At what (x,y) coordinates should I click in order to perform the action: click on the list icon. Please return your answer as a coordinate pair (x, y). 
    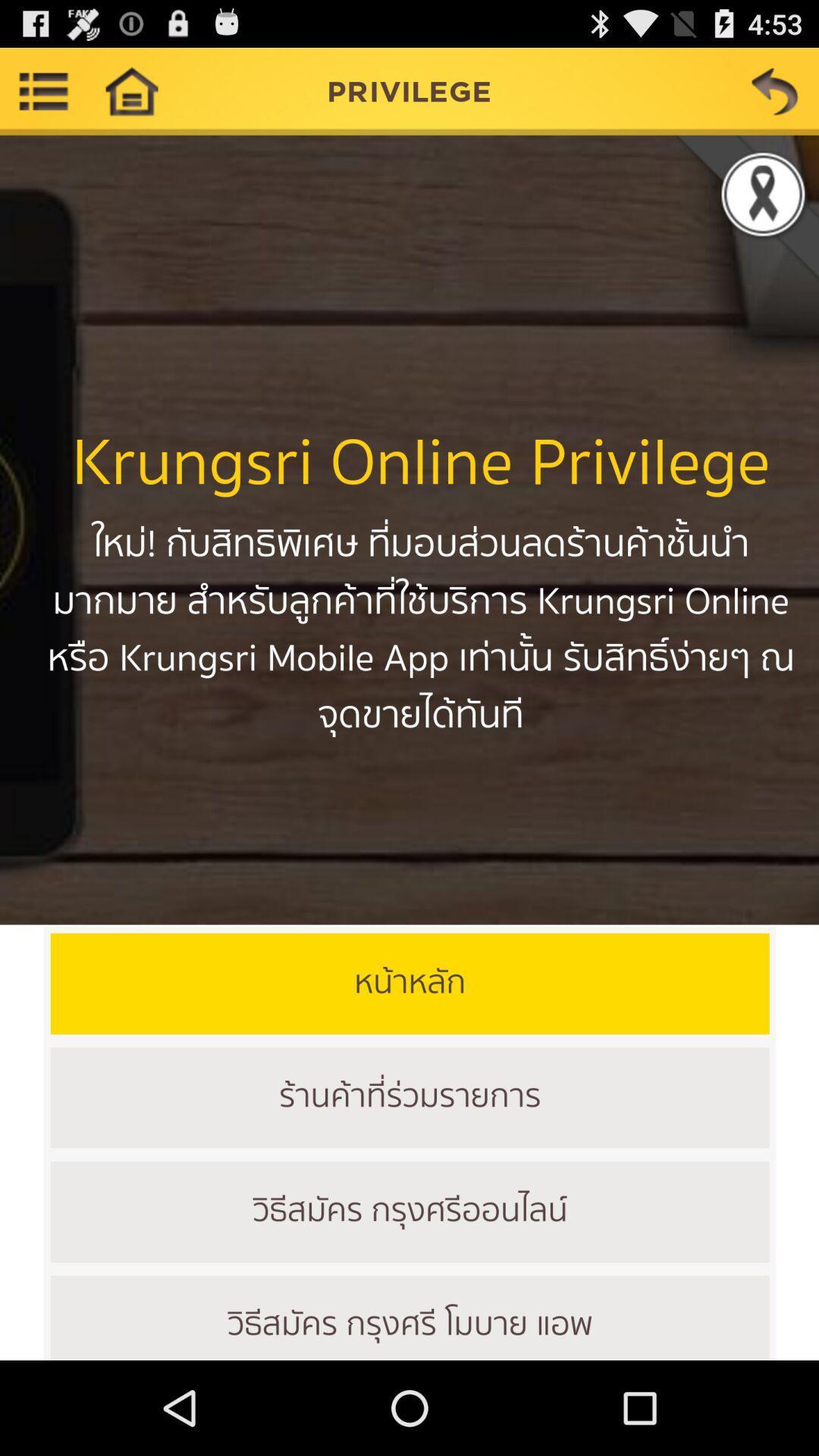
    Looking at the image, I should click on (42, 97).